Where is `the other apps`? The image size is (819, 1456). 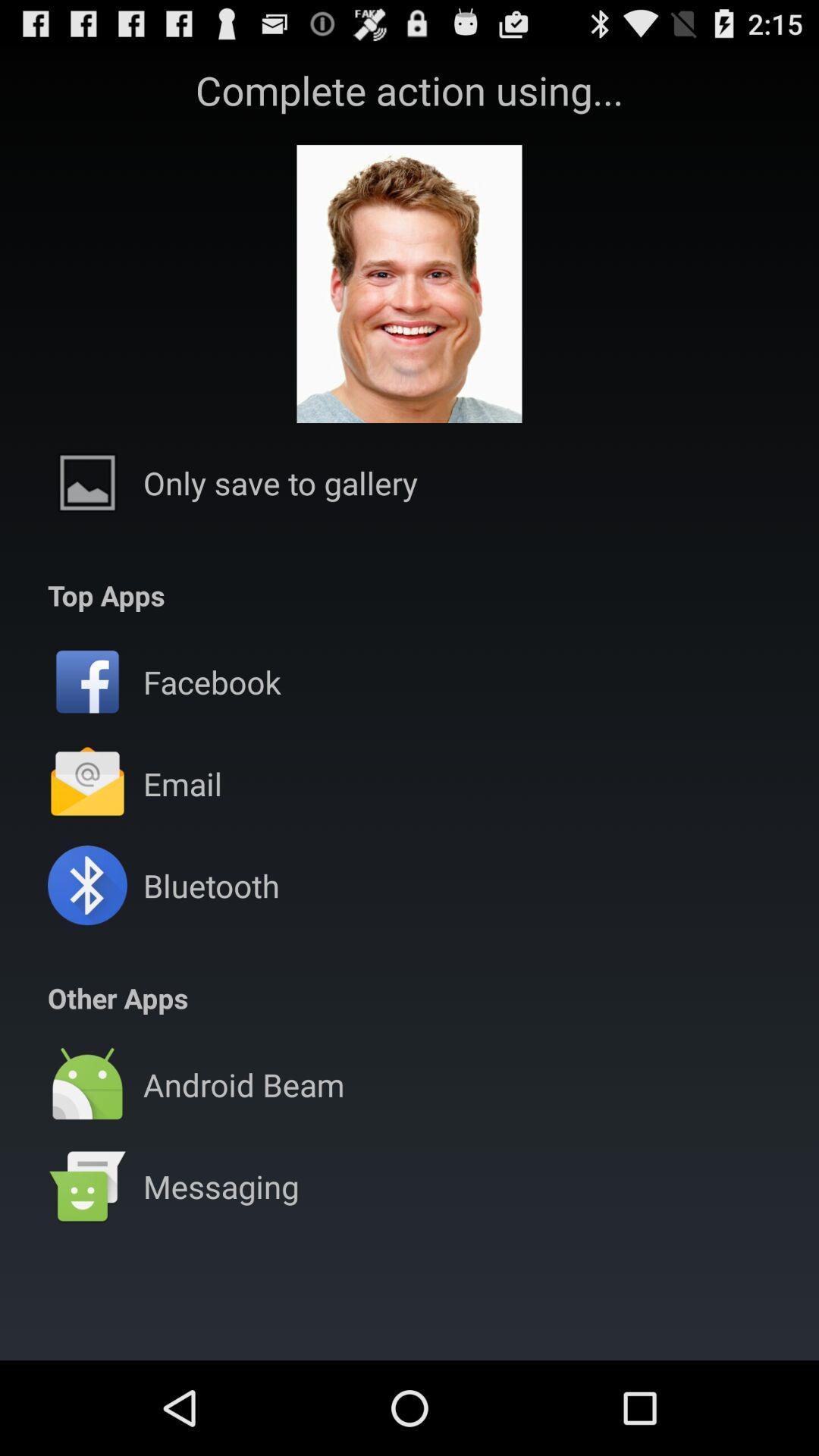 the other apps is located at coordinates (117, 998).